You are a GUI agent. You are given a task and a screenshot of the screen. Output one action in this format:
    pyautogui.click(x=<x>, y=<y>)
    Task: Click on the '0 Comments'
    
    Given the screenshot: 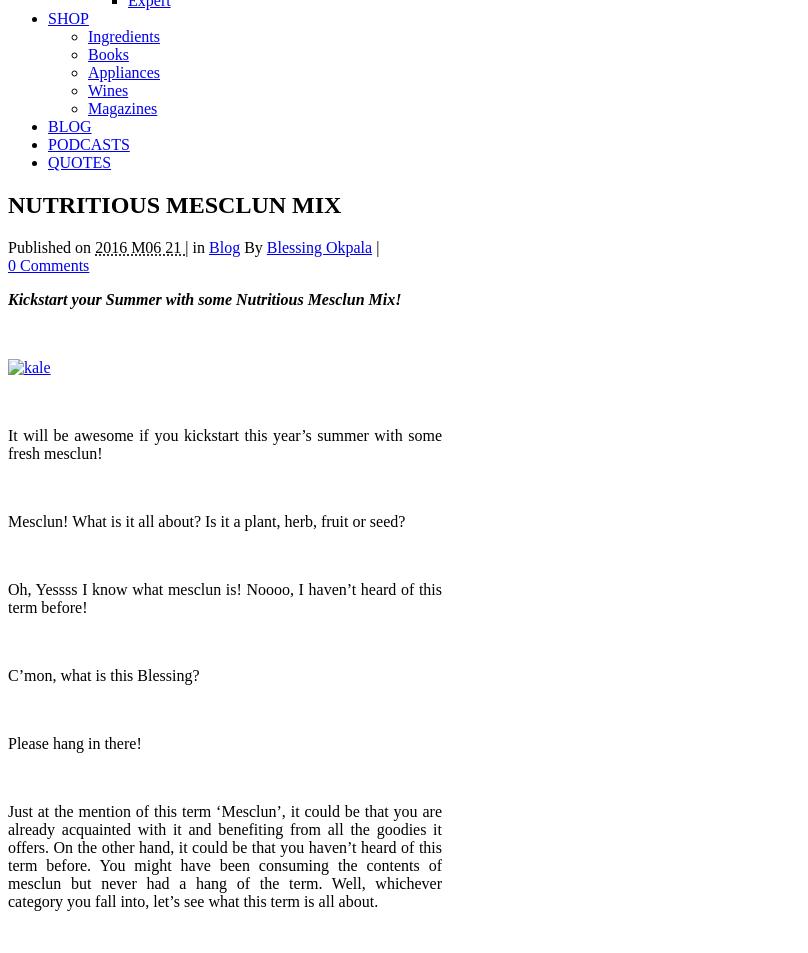 What is the action you would take?
    pyautogui.click(x=48, y=264)
    